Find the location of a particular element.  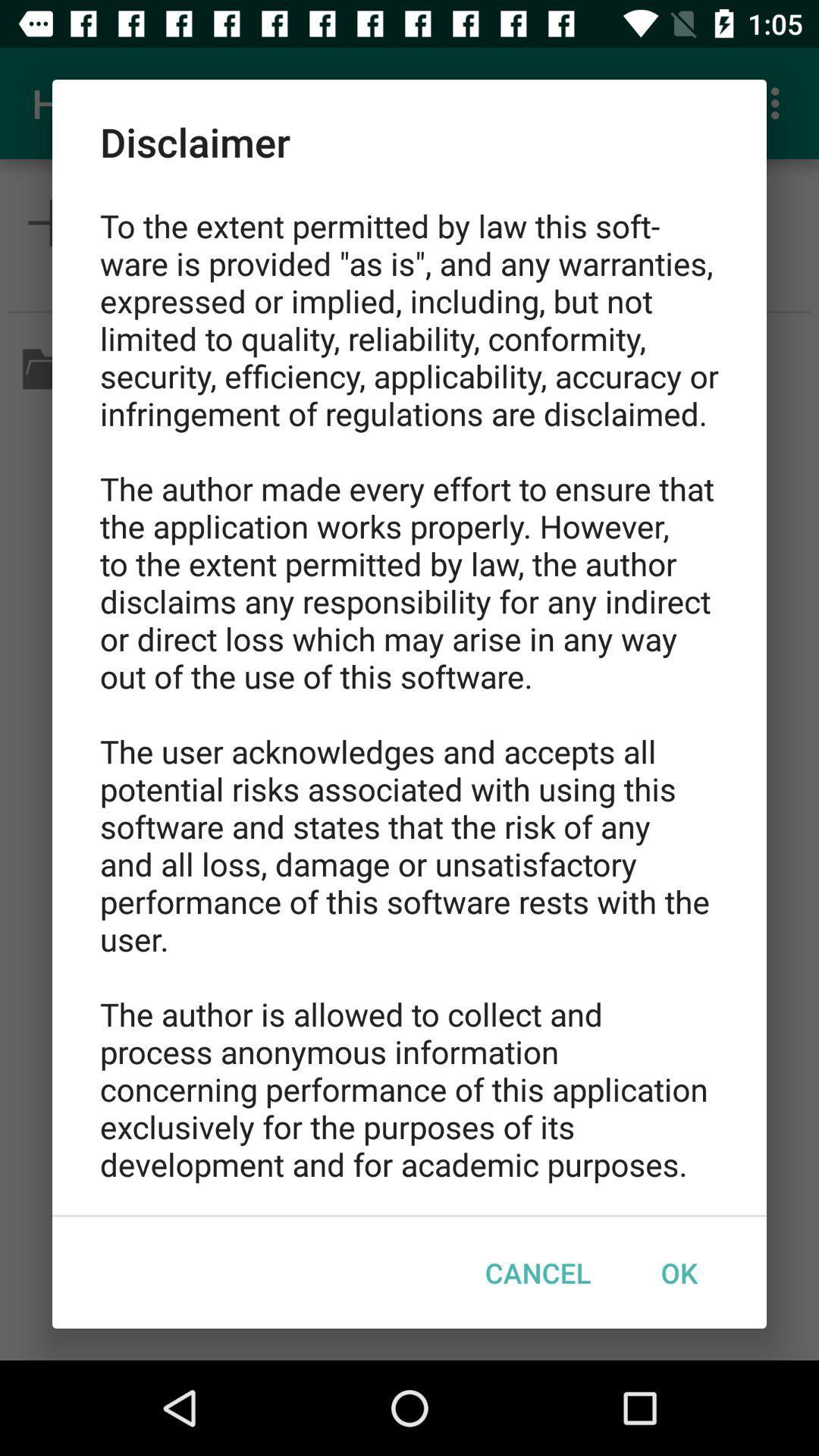

the icon below to the extent is located at coordinates (537, 1272).